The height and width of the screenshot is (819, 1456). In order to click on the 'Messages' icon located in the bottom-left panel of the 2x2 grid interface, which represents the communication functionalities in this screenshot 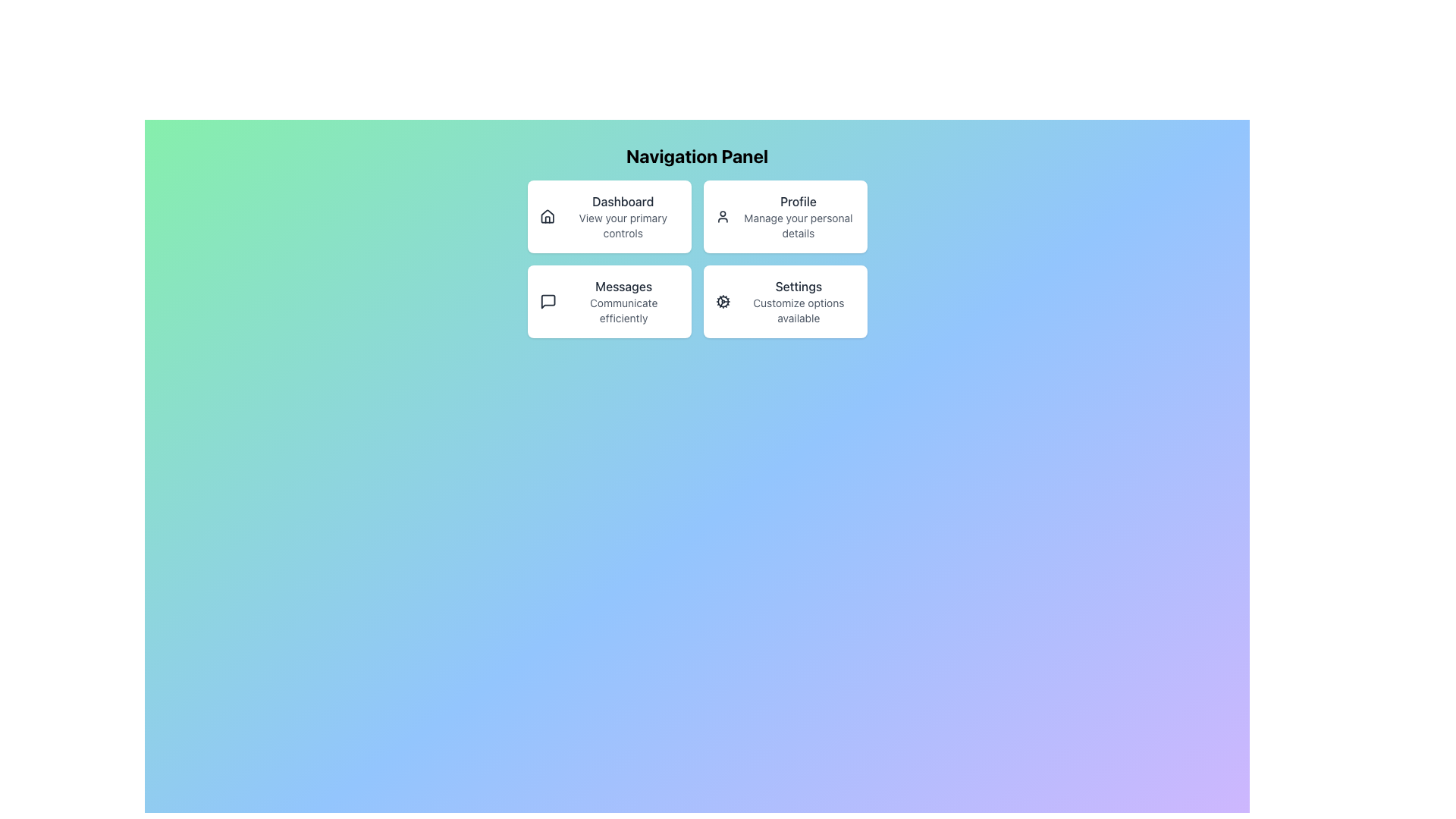, I will do `click(547, 301)`.